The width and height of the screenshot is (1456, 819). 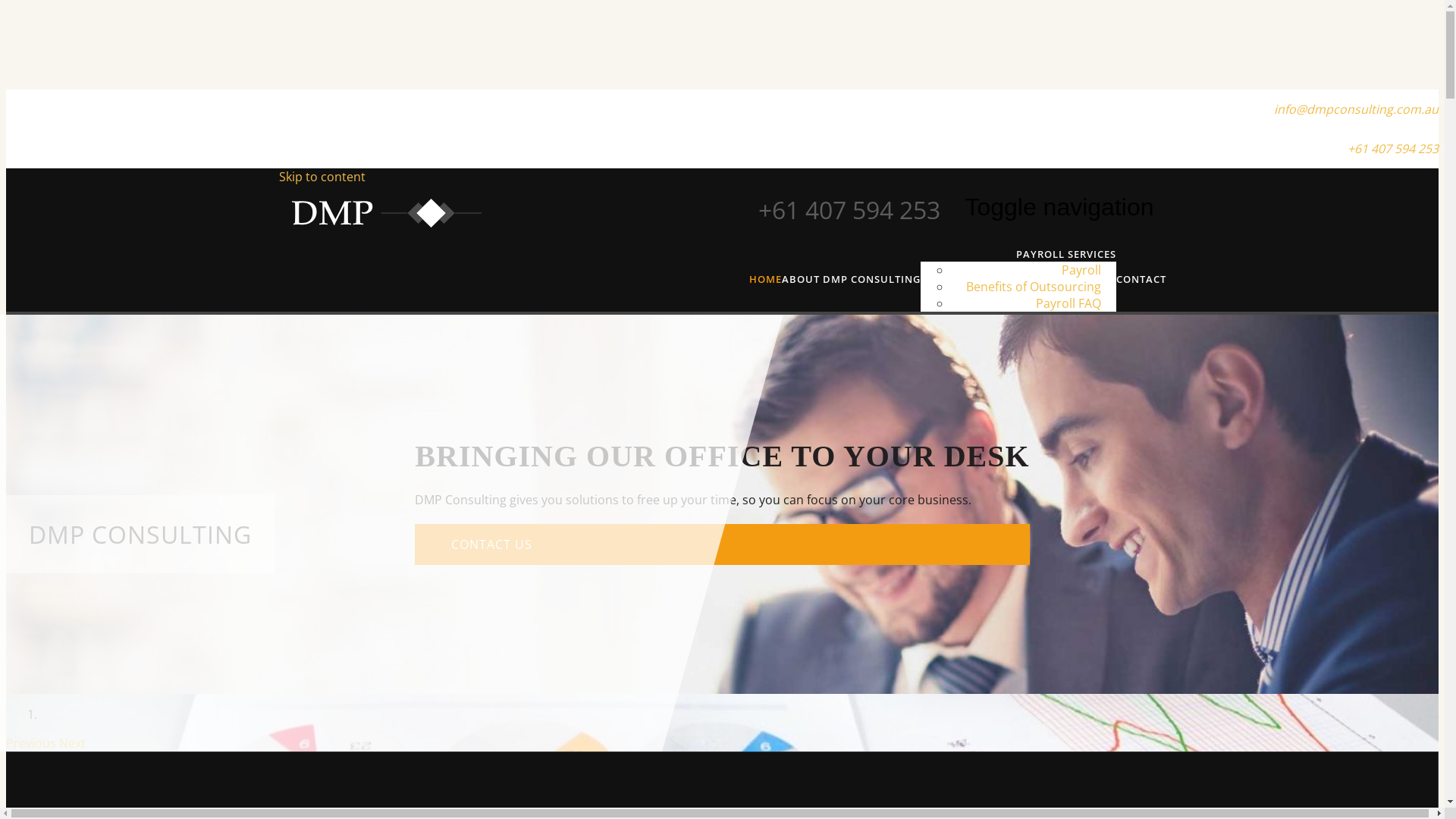 What do you see at coordinates (279, 175) in the screenshot?
I see `'Skip to content'` at bounding box center [279, 175].